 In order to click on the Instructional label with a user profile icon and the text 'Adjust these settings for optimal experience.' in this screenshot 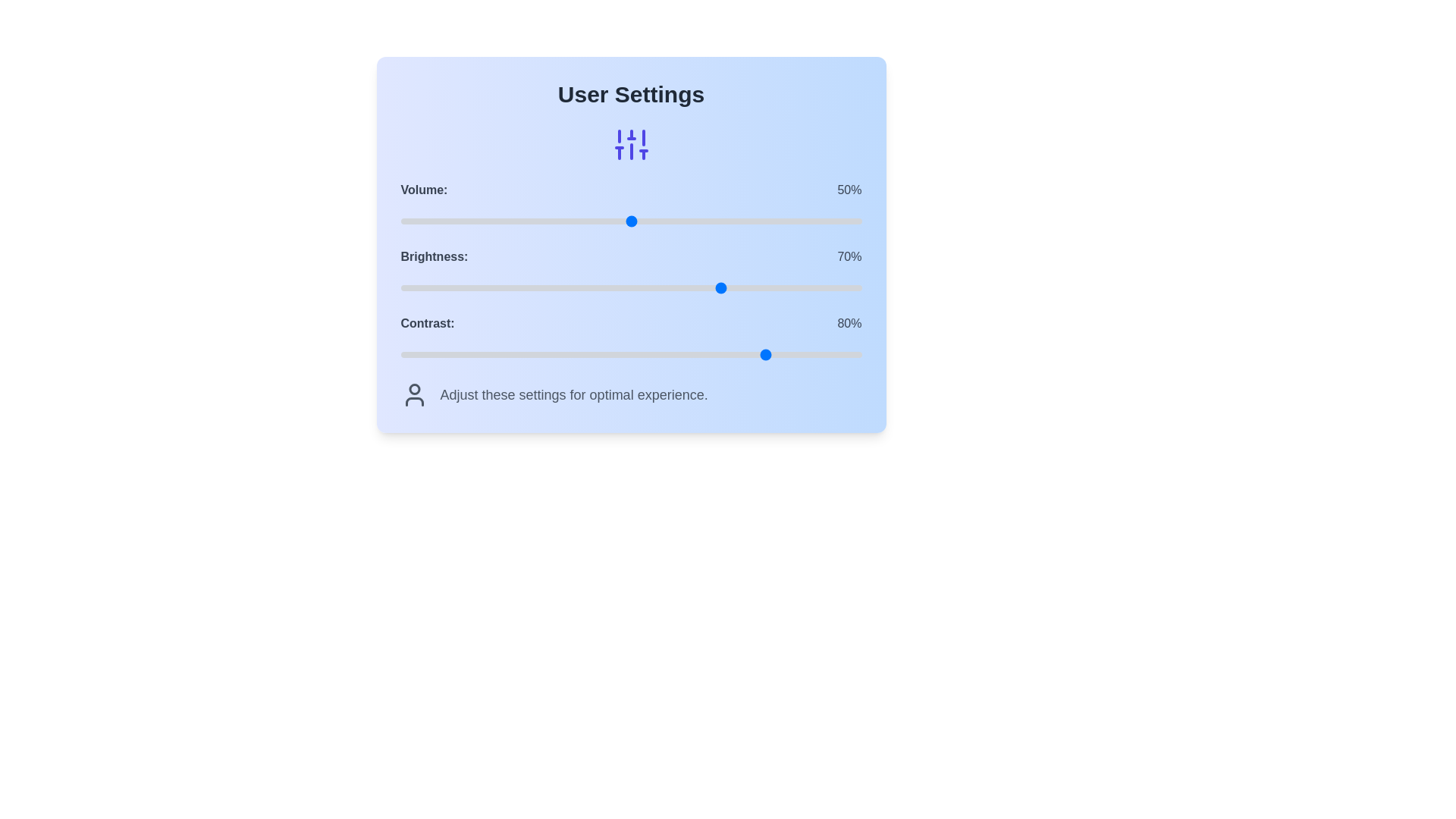, I will do `click(631, 394)`.